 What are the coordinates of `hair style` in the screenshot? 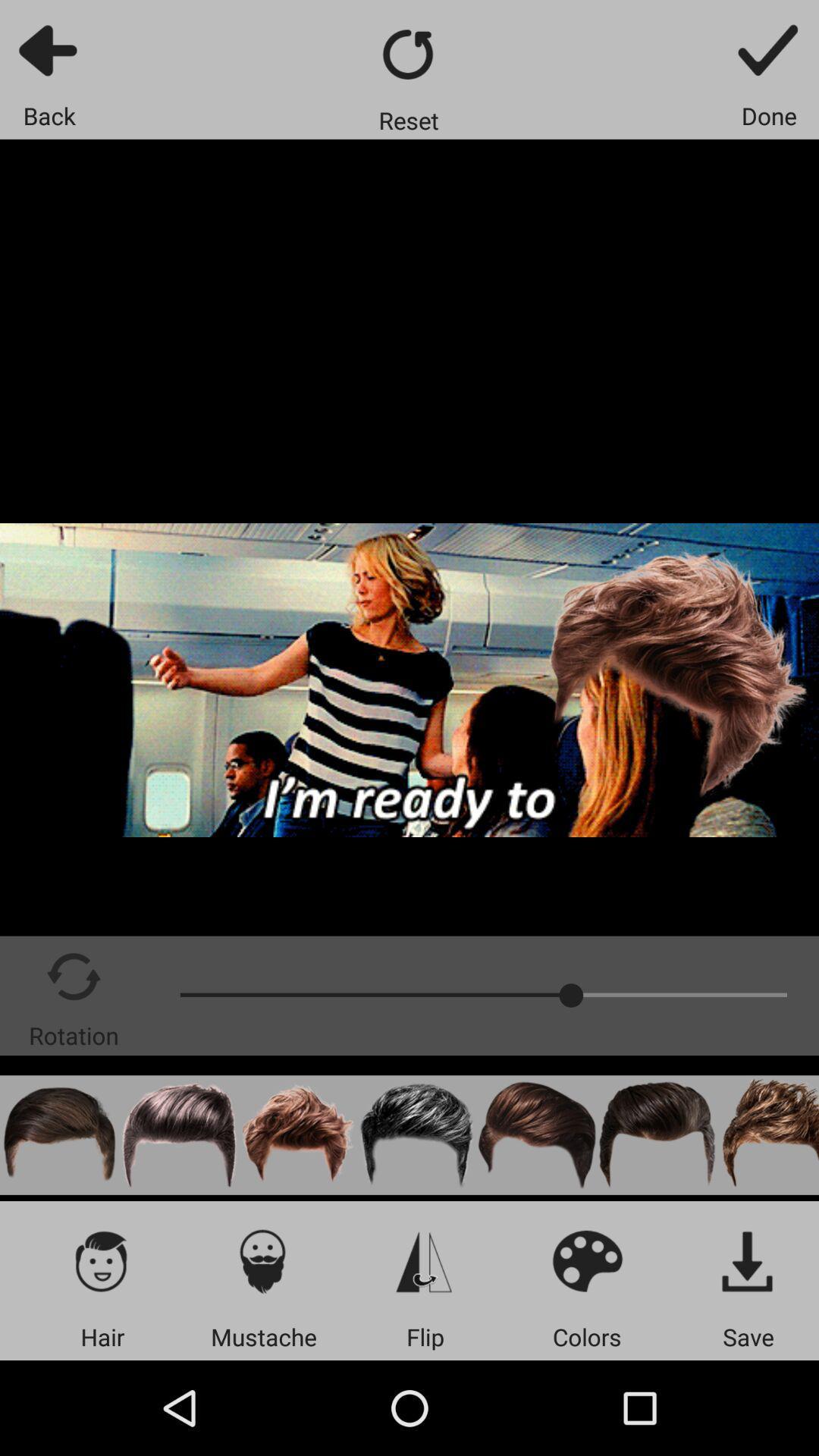 It's located at (656, 1135).